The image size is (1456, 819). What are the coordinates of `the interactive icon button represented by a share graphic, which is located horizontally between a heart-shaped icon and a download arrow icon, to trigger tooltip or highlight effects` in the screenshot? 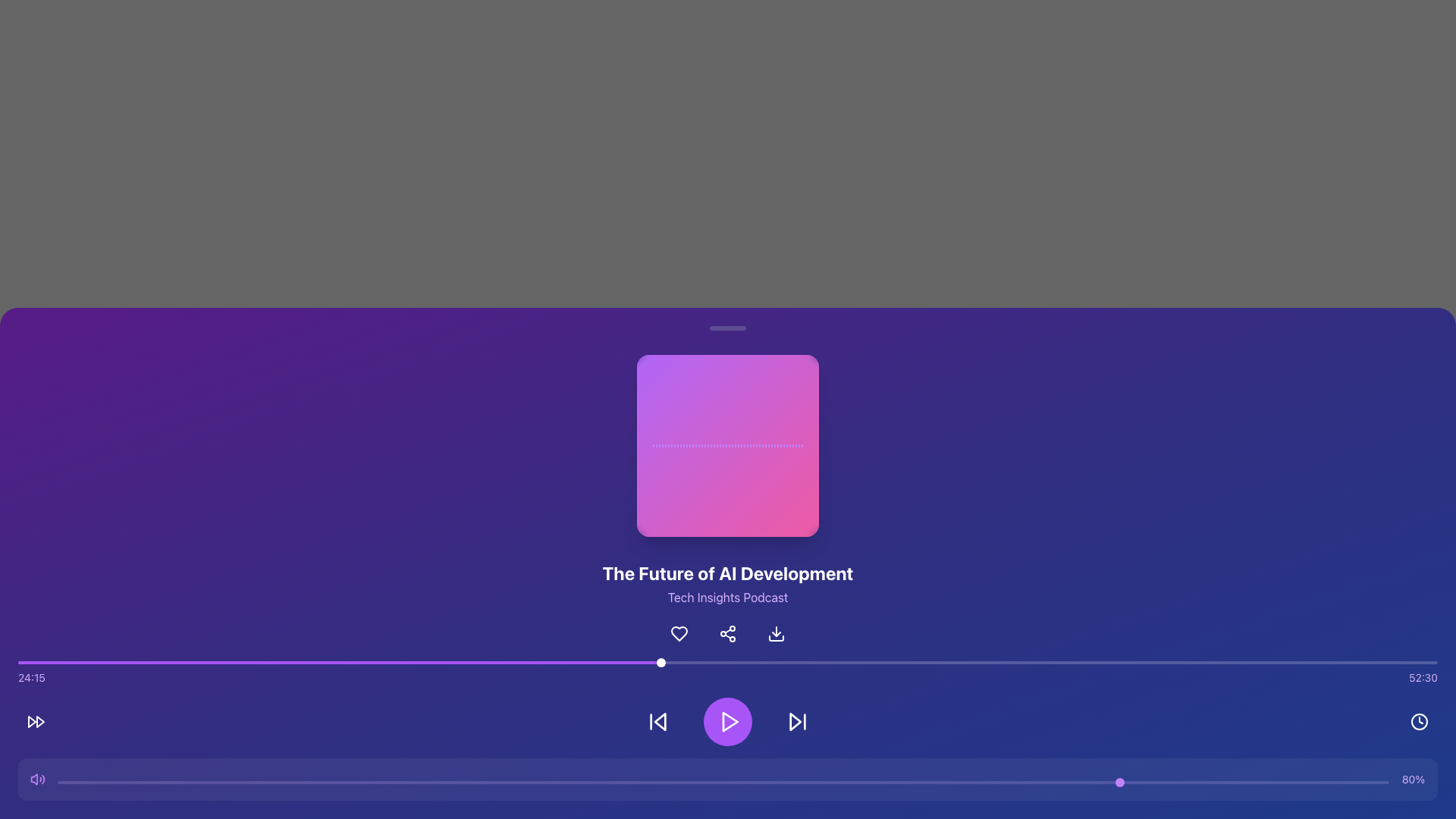 It's located at (728, 634).